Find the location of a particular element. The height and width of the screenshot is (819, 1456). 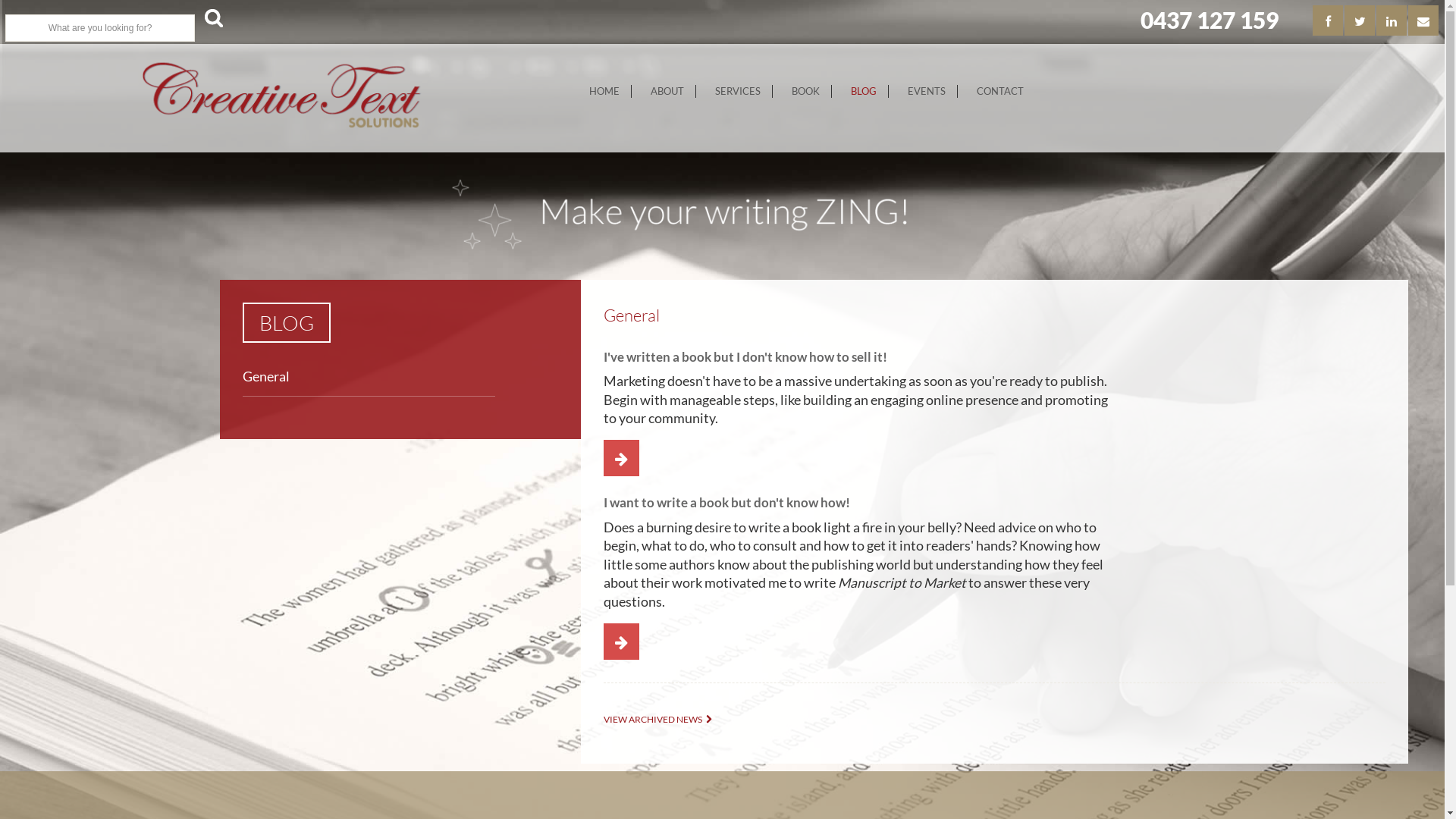

'HOME' is located at coordinates (577, 91).